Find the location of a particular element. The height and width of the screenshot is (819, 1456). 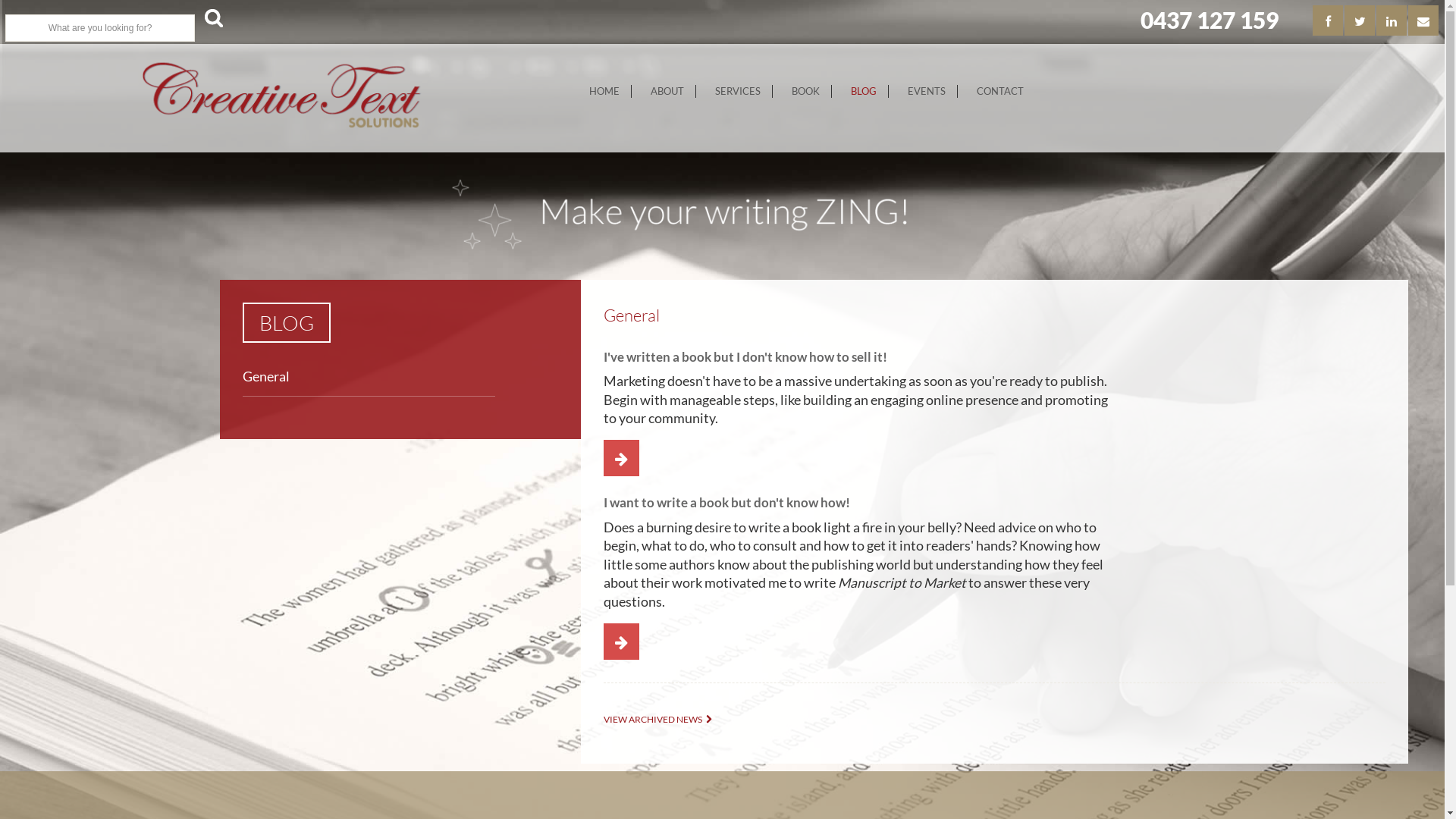

'HOME' is located at coordinates (577, 91).